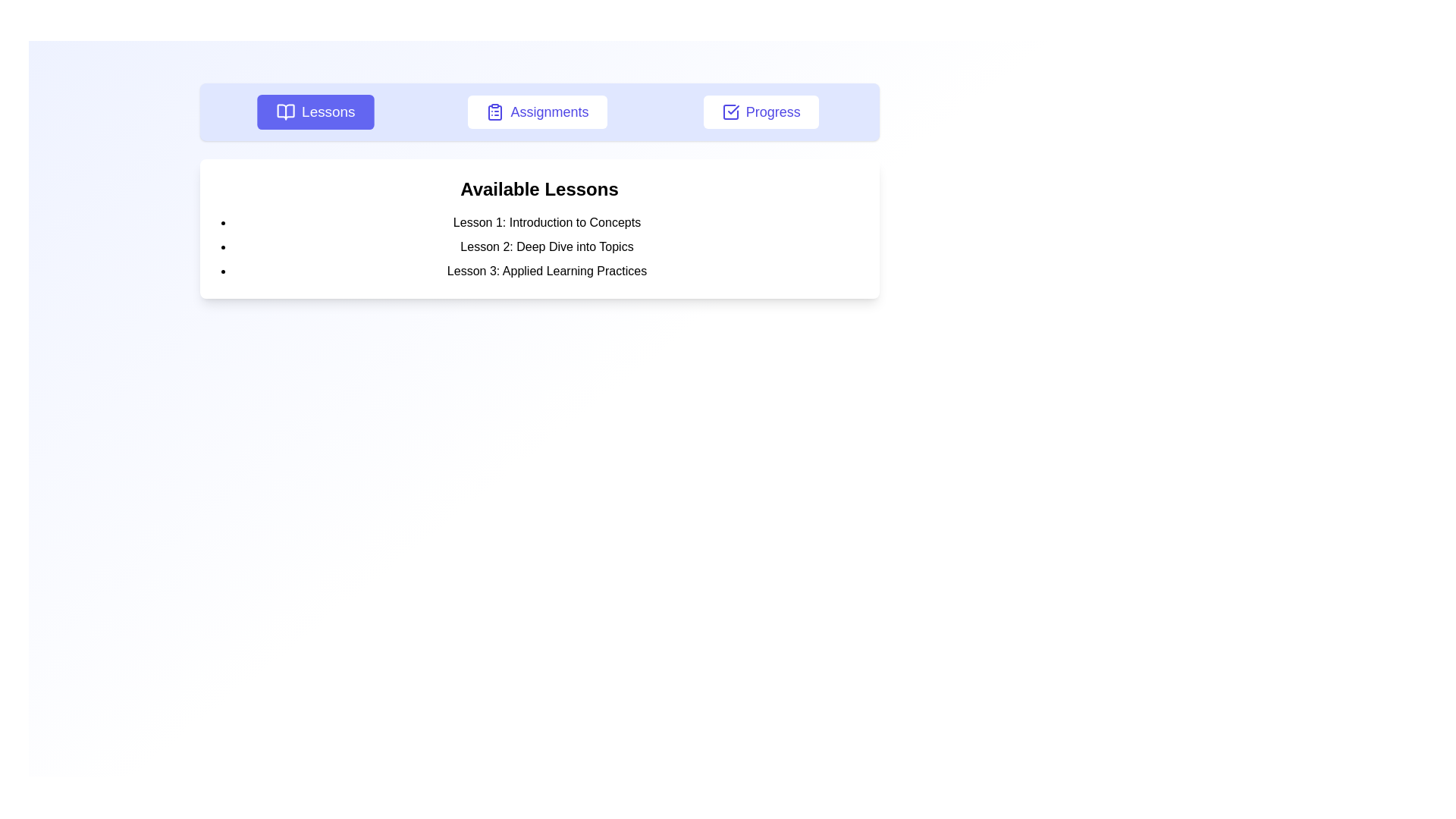 The width and height of the screenshot is (1456, 819). Describe the element at coordinates (328, 111) in the screenshot. I see `the 'Lessons' text label inside the button with a purple background` at that location.